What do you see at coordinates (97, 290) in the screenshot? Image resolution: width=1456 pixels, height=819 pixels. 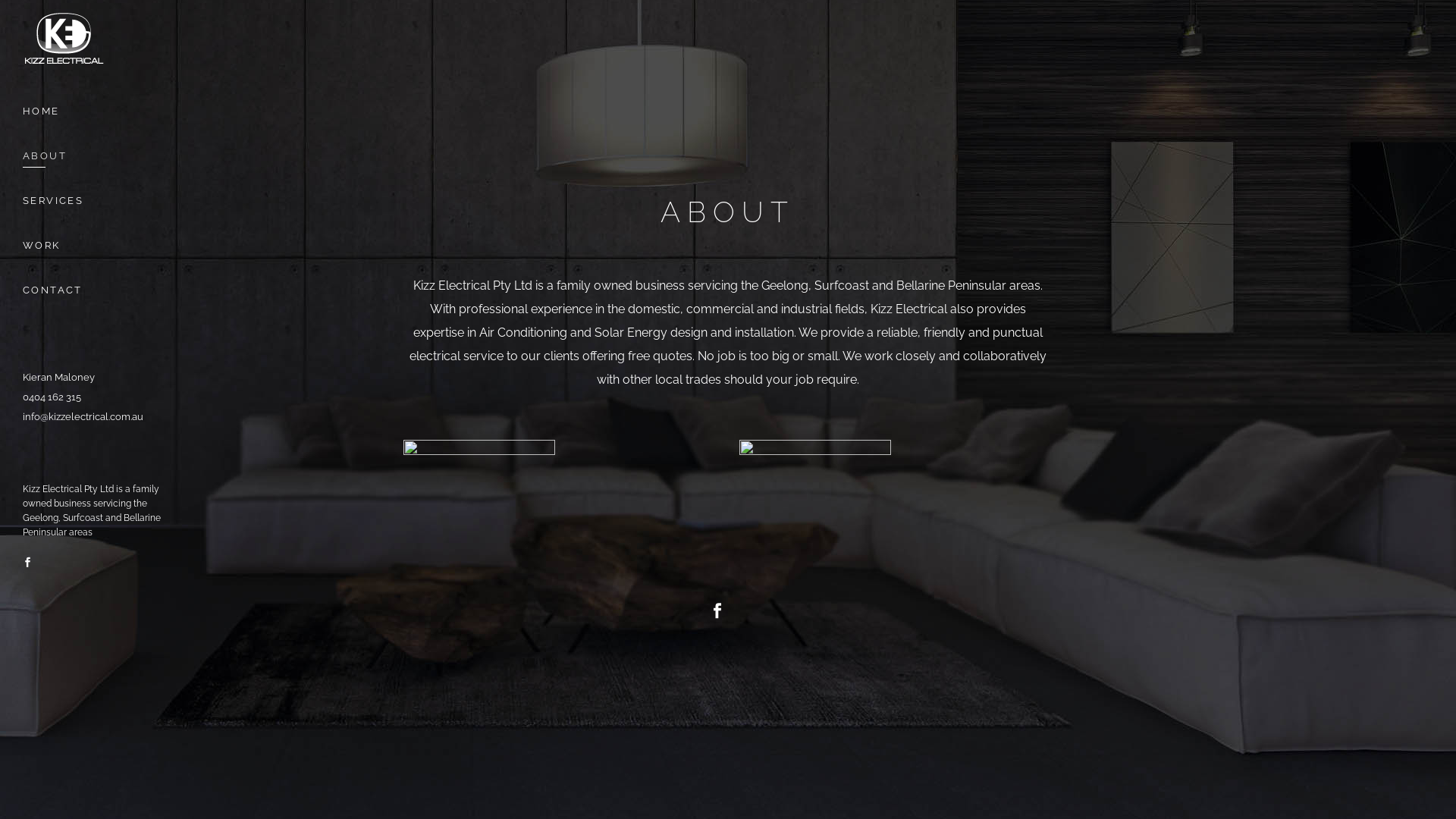 I see `'CONTACT'` at bounding box center [97, 290].